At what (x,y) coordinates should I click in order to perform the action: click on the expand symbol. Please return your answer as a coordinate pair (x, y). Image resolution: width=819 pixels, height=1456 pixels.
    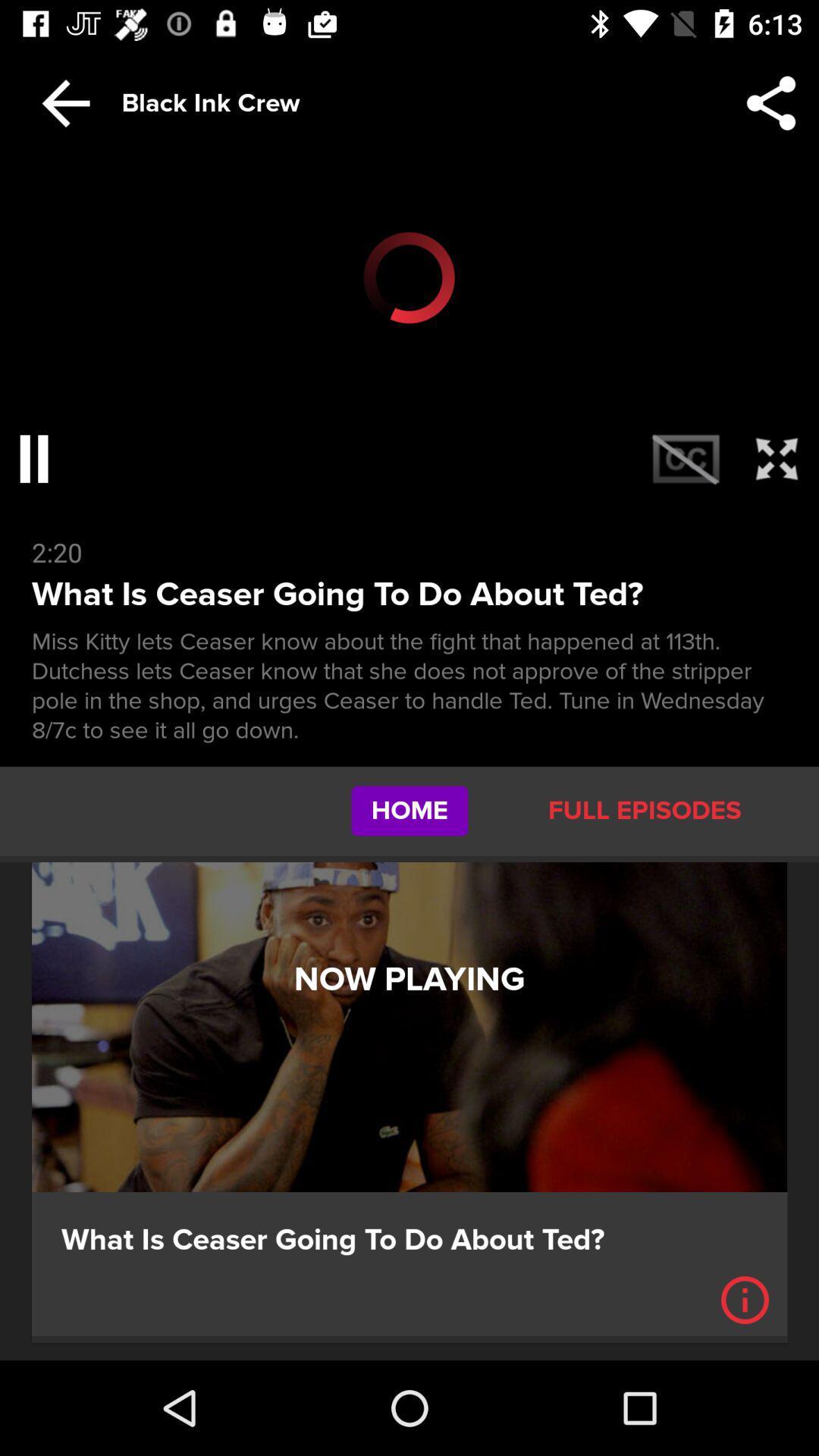
    Looking at the image, I should click on (777, 457).